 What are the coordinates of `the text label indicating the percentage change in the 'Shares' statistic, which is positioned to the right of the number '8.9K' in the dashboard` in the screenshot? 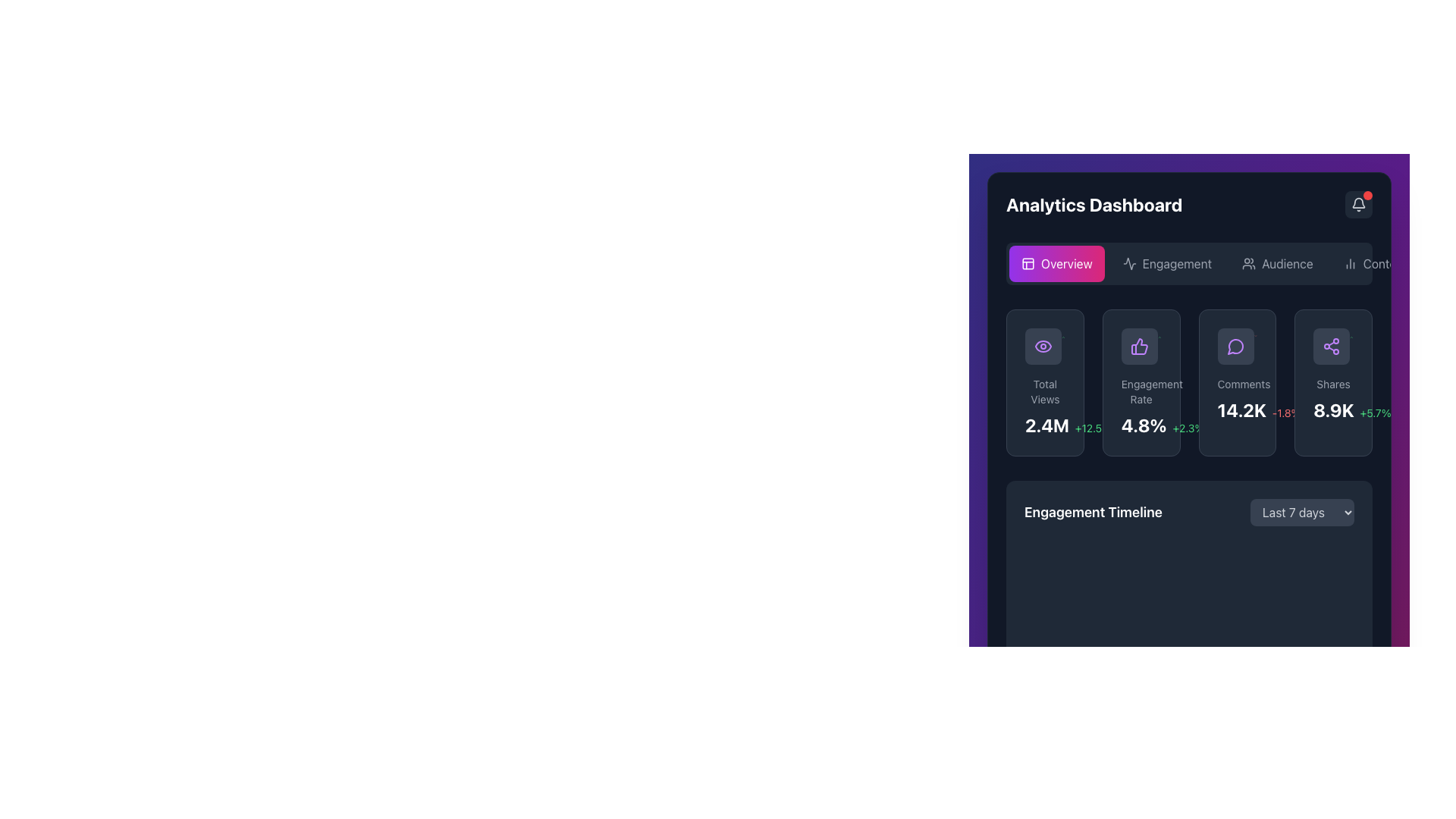 It's located at (1376, 413).